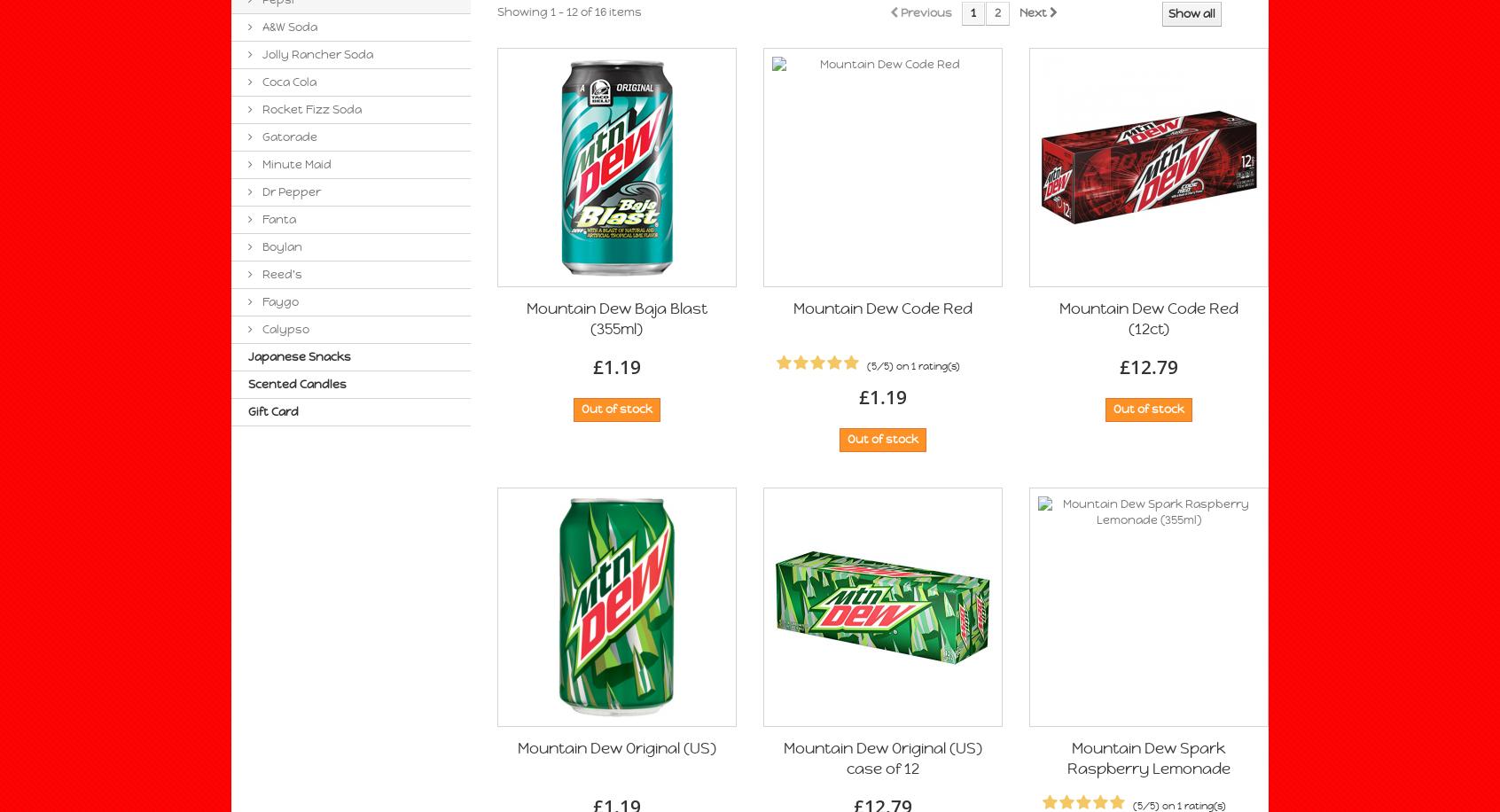  Describe the element at coordinates (272, 411) in the screenshot. I see `'Gift Card'` at that location.